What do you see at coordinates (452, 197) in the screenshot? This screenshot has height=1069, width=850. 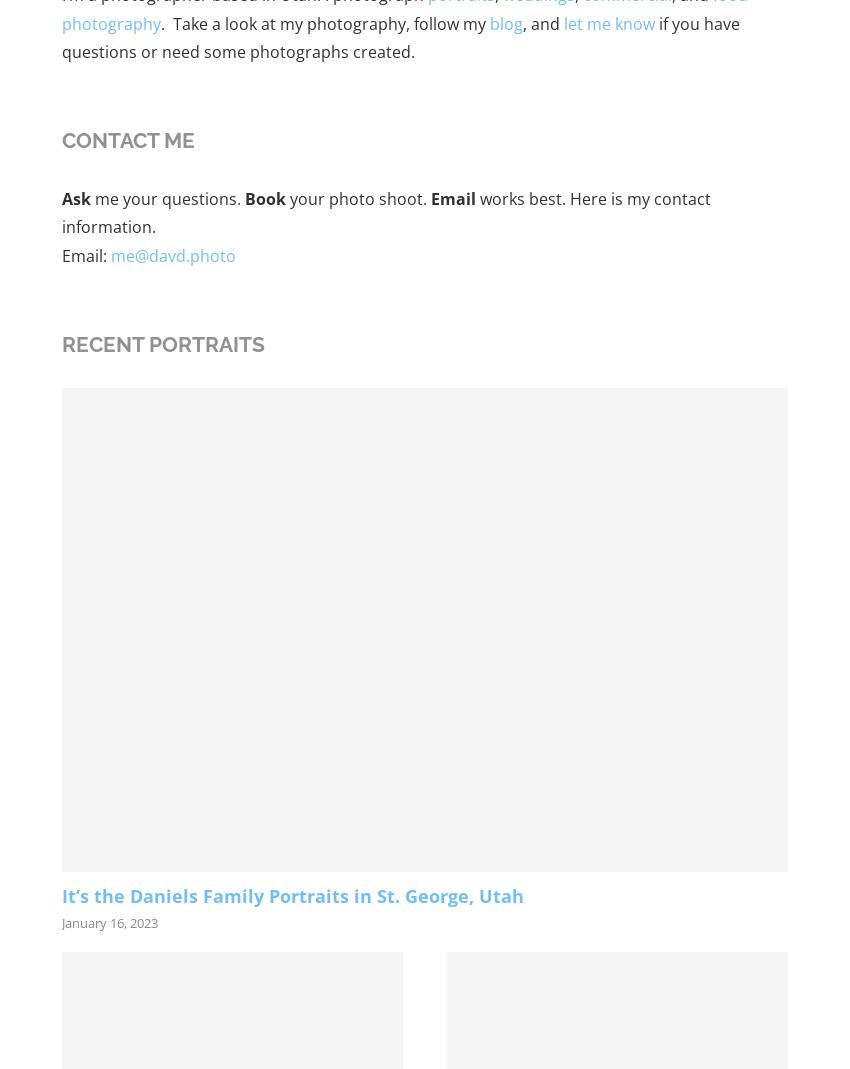 I see `'Email'` at bounding box center [452, 197].